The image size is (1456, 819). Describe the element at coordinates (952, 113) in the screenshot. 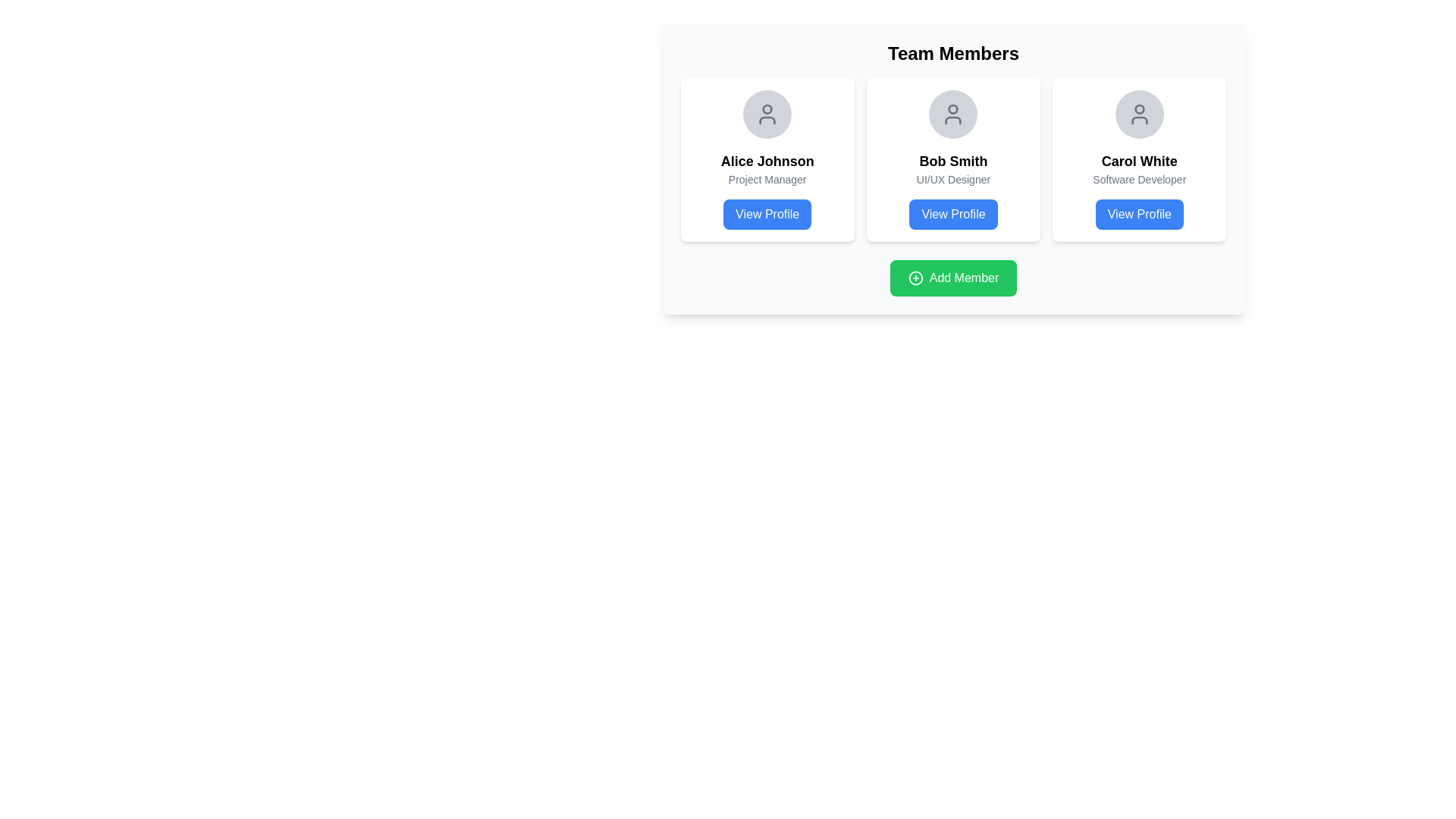

I see `the user icon representing Bob Smith, a UI/UX Designer, located in the center of the three cards under the 'Team Members' heading` at that location.